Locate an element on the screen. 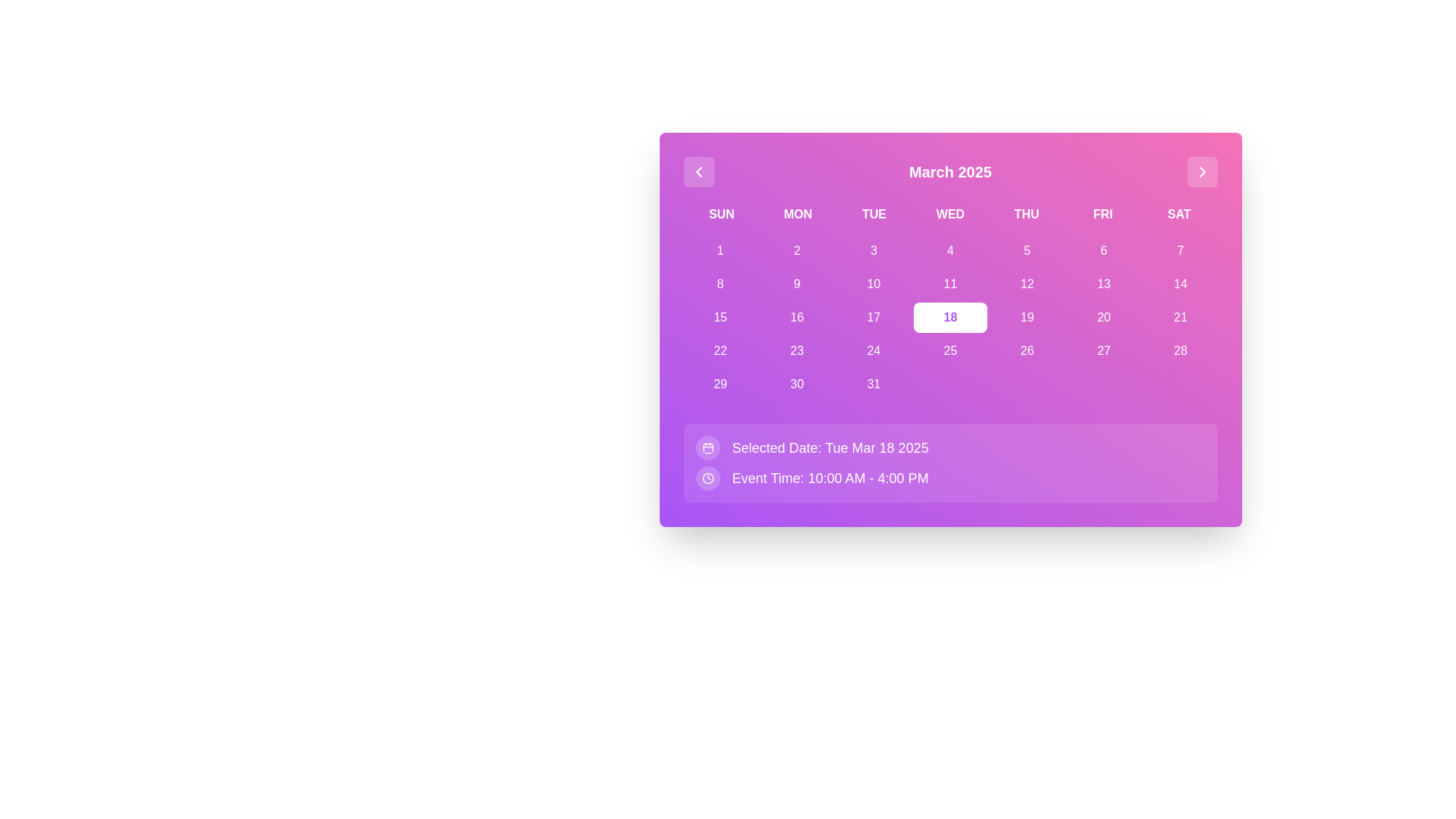 This screenshot has height=819, width=1456. the button that represents Friday, the 6th day of the month in the calendar view is located at coordinates (1103, 250).